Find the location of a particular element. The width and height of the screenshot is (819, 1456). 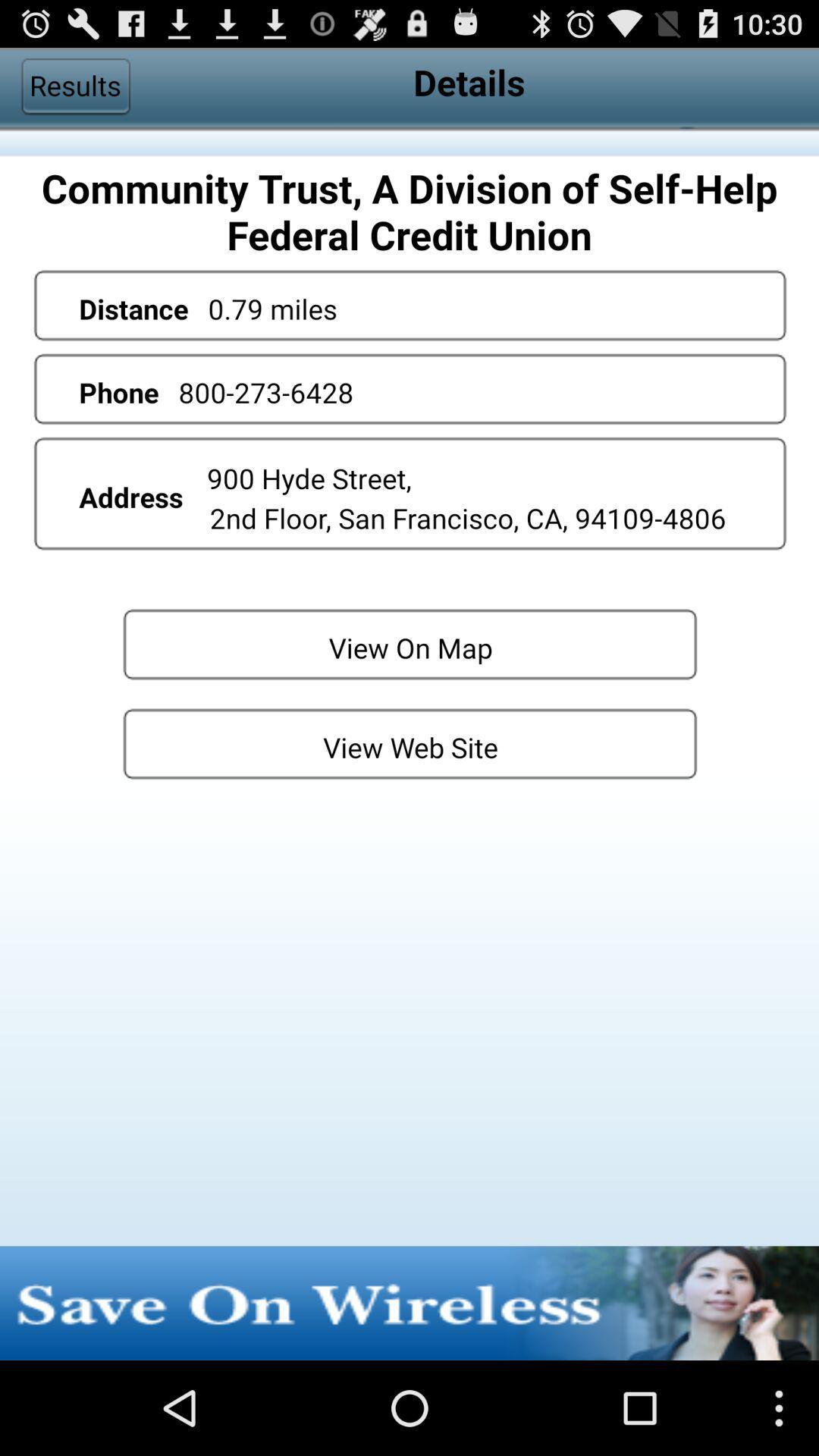

the button below the view on map button is located at coordinates (409, 743).